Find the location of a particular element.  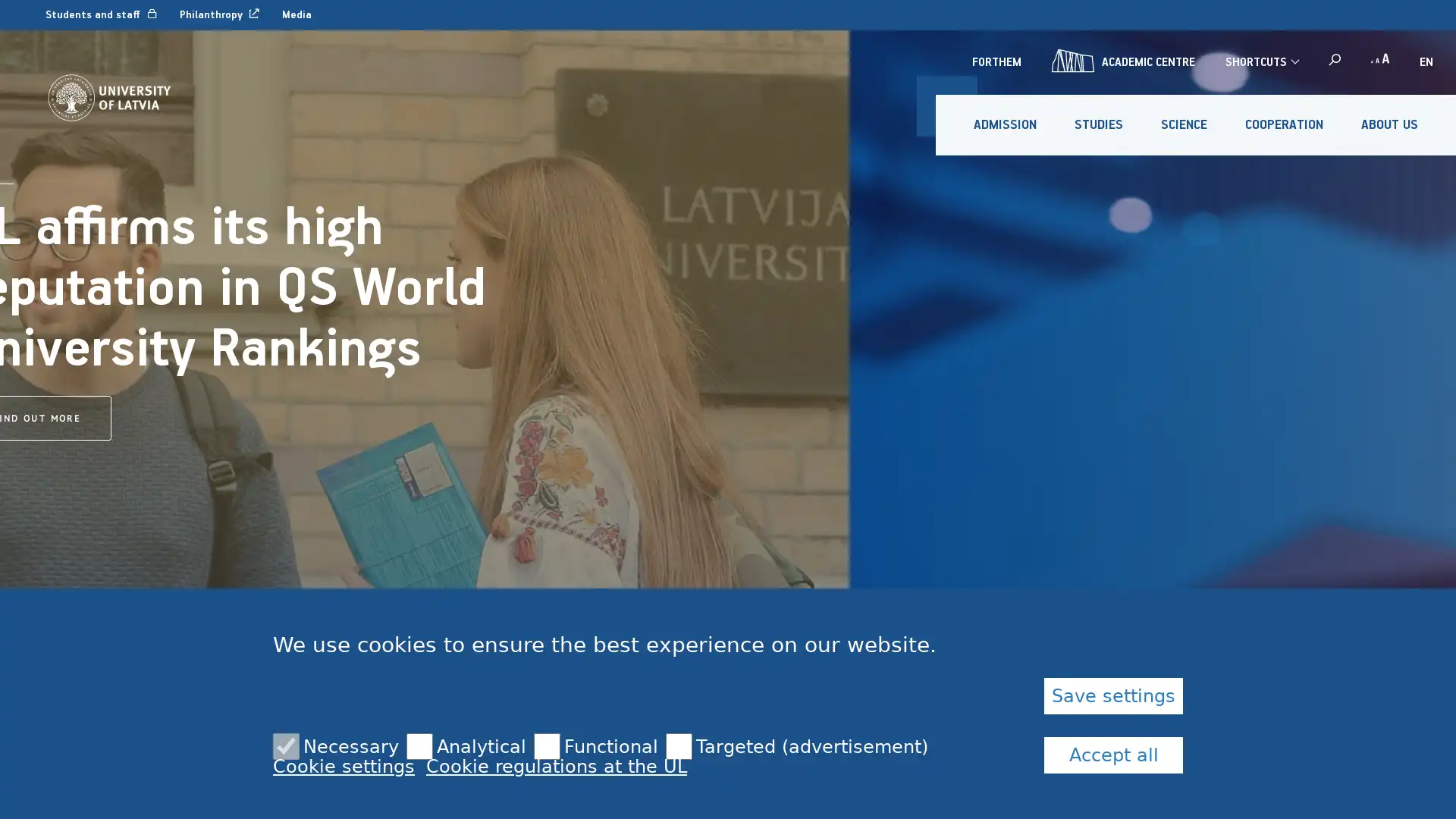

STUDIES is located at coordinates (1099, 124).